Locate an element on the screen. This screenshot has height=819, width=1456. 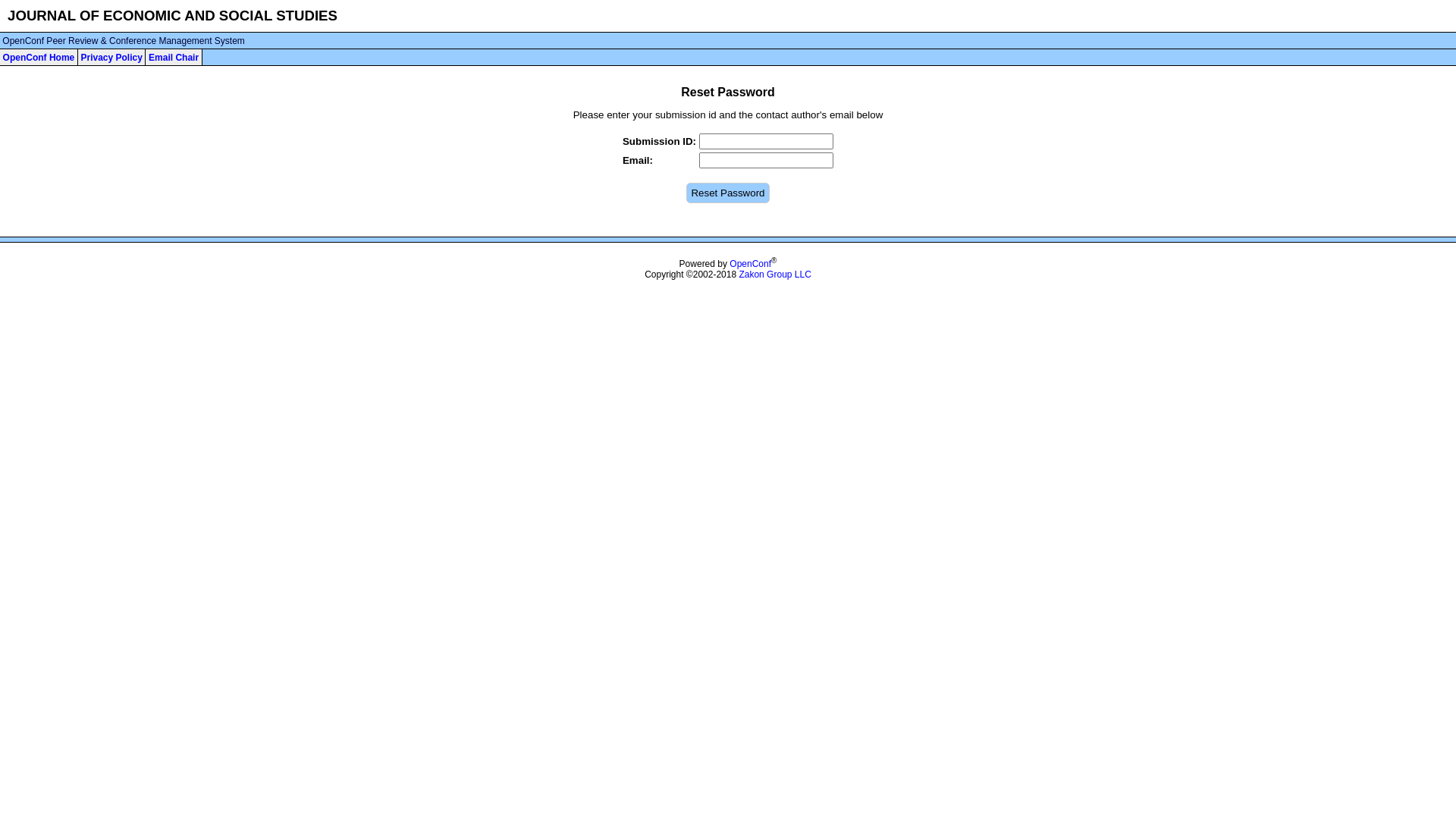
'Privacy Policy' is located at coordinates (110, 57).